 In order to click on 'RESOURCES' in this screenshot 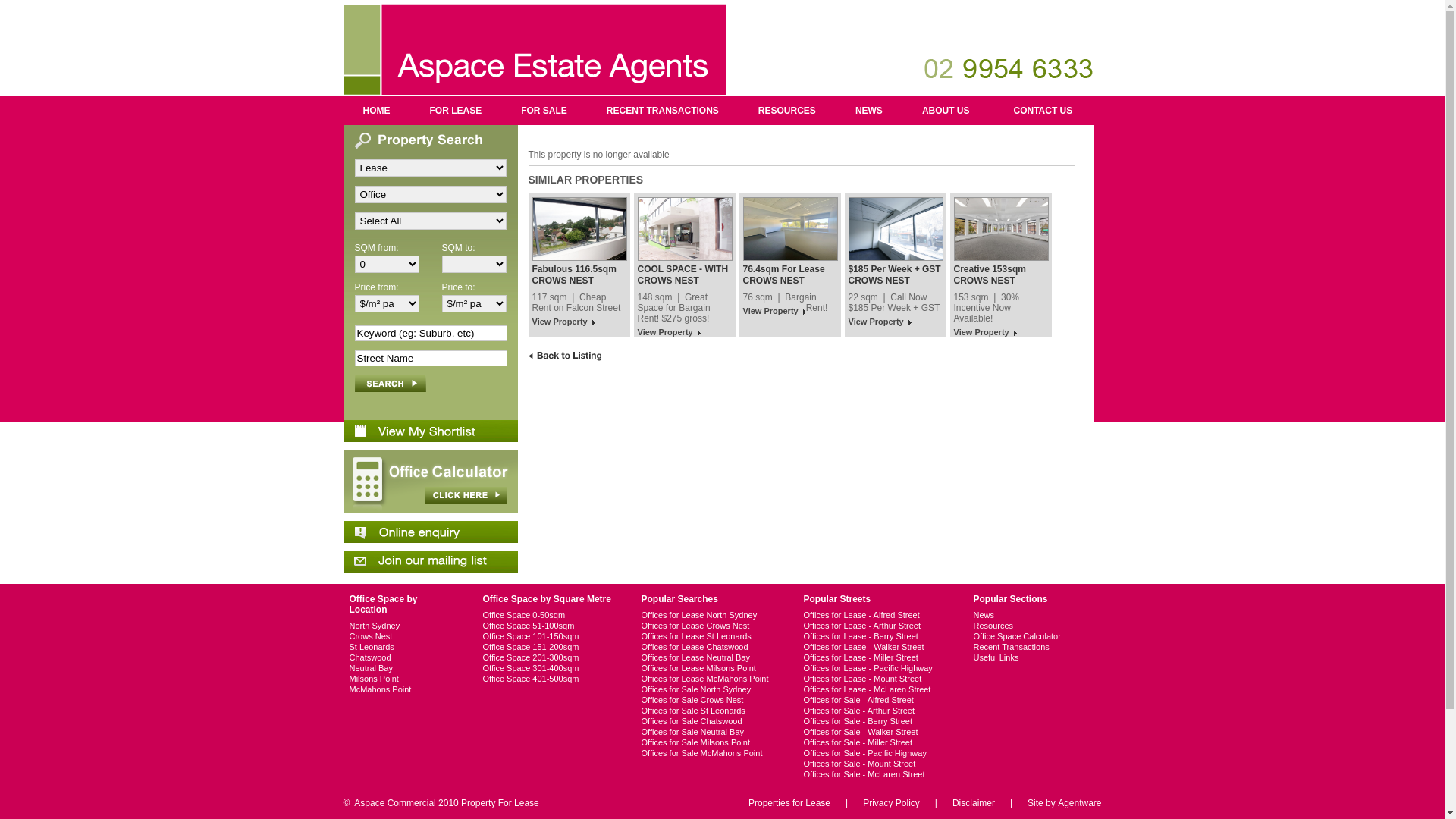, I will do `click(786, 110)`.